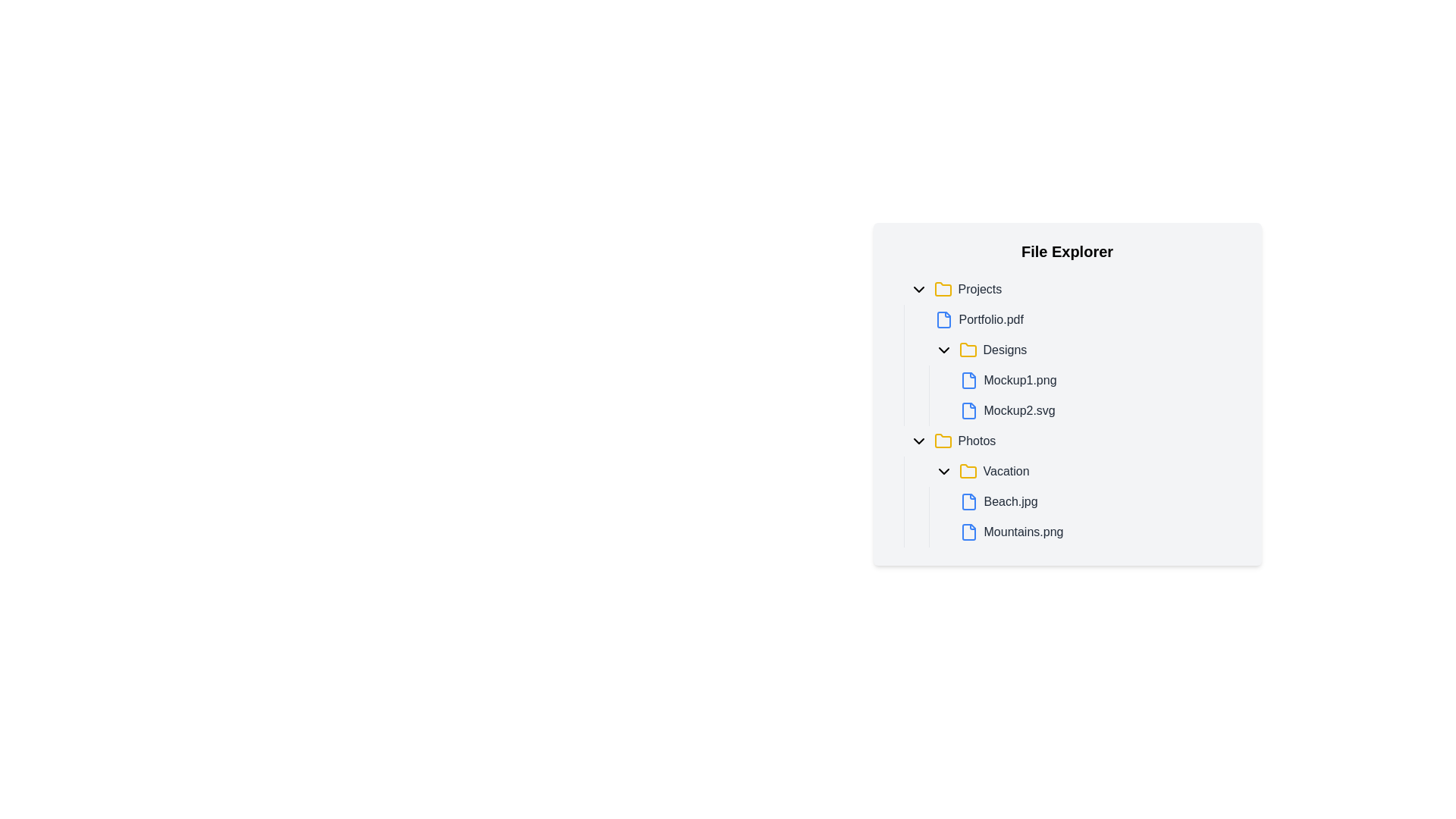  Describe the element at coordinates (1084, 318) in the screenshot. I see `on the list item labeled 'Portfolio.pdf' in the file browser` at that location.